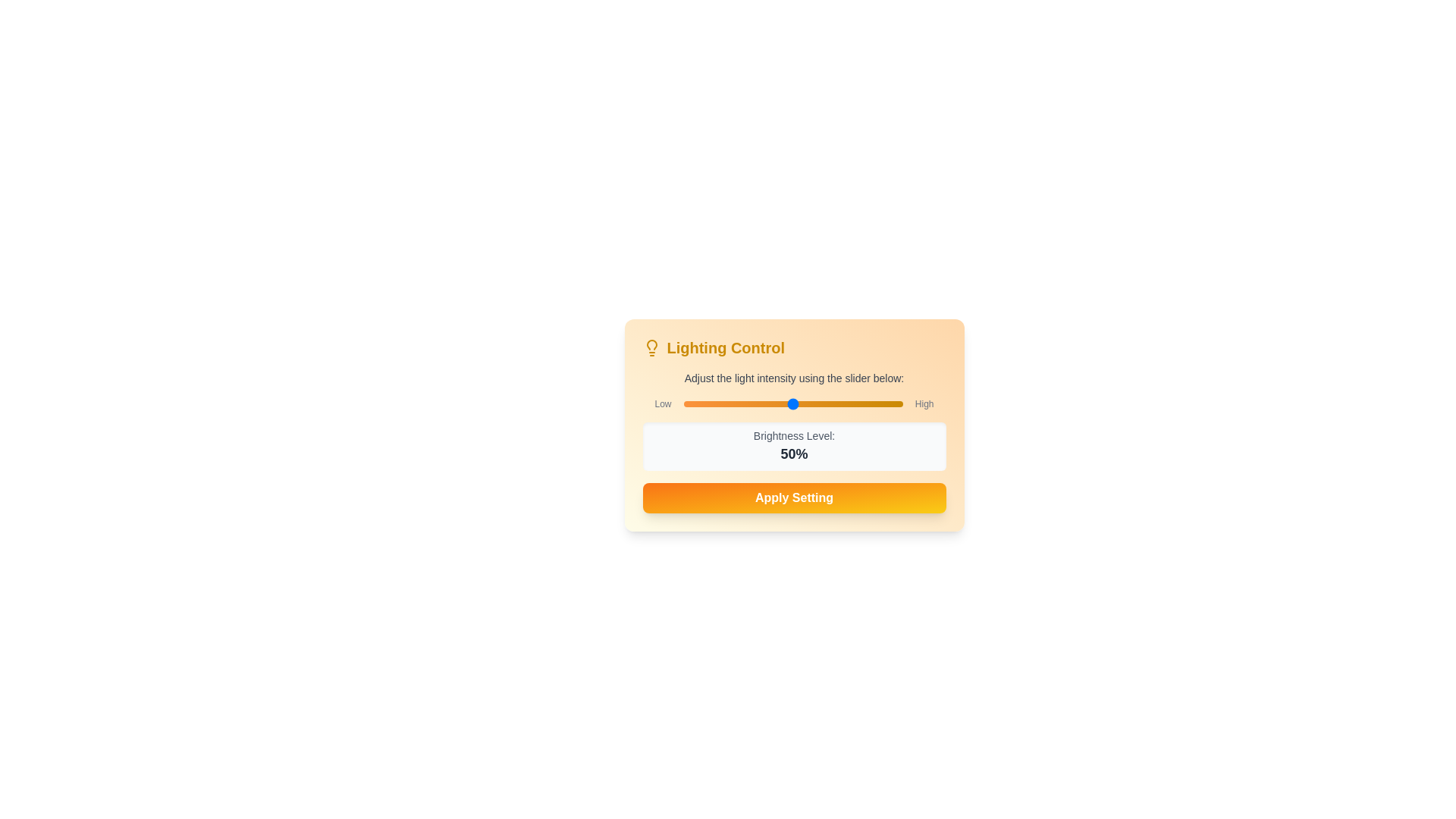 The height and width of the screenshot is (819, 1456). Describe the element at coordinates (651, 348) in the screenshot. I see `the lightbulb icon located to the left of the 'Lighting Control' text, which is styled in a flat design and rendered in yellow` at that location.